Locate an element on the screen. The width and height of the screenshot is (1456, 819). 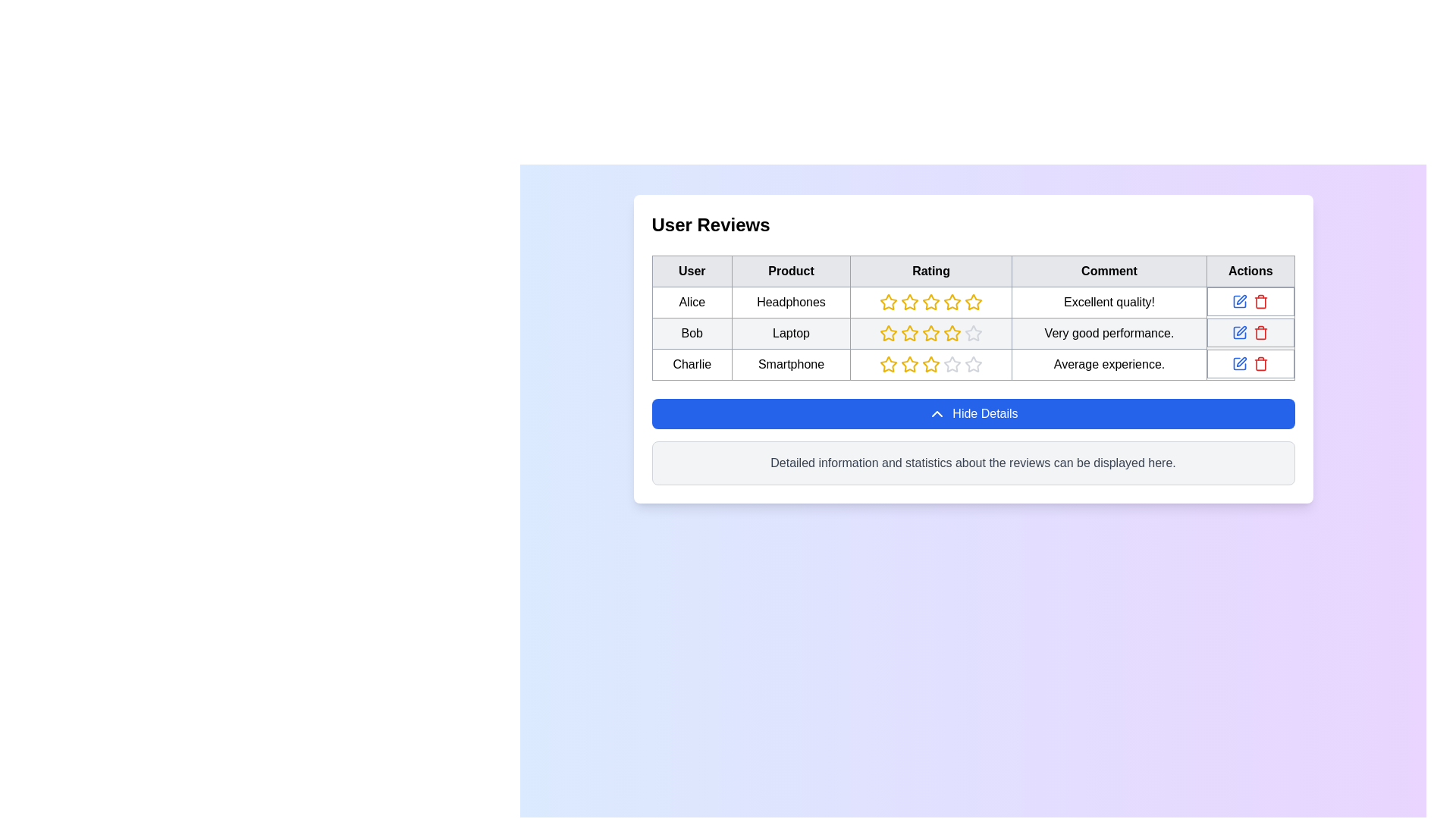
the sixth gray star icon with a hollow center in the rating system of the third row aligned with the 'Charlie' user in the 'Rating' column is located at coordinates (952, 365).